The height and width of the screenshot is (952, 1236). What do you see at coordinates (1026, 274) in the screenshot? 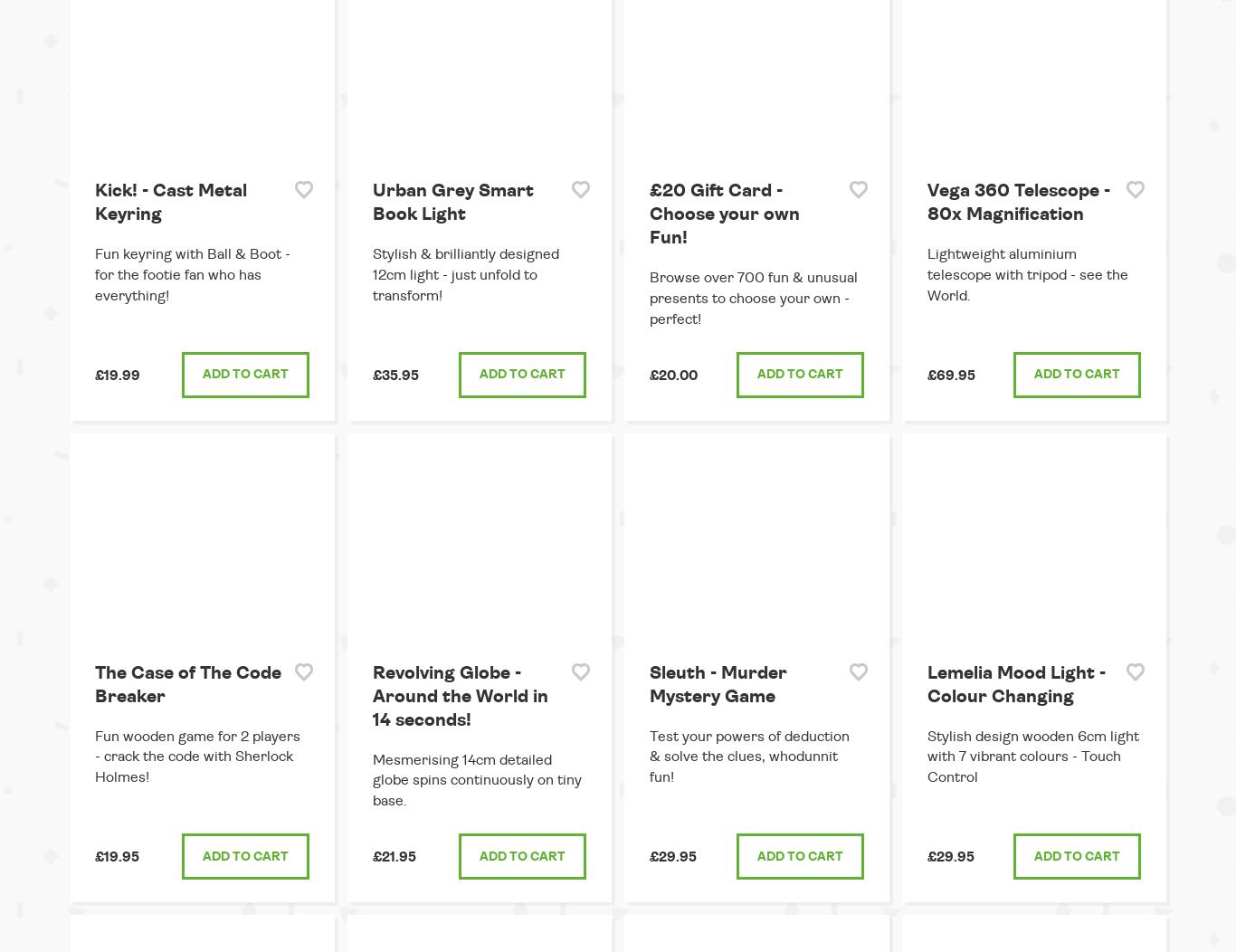
I see `'Lightweight aluminium telescope with tripod - see the World.'` at bounding box center [1026, 274].